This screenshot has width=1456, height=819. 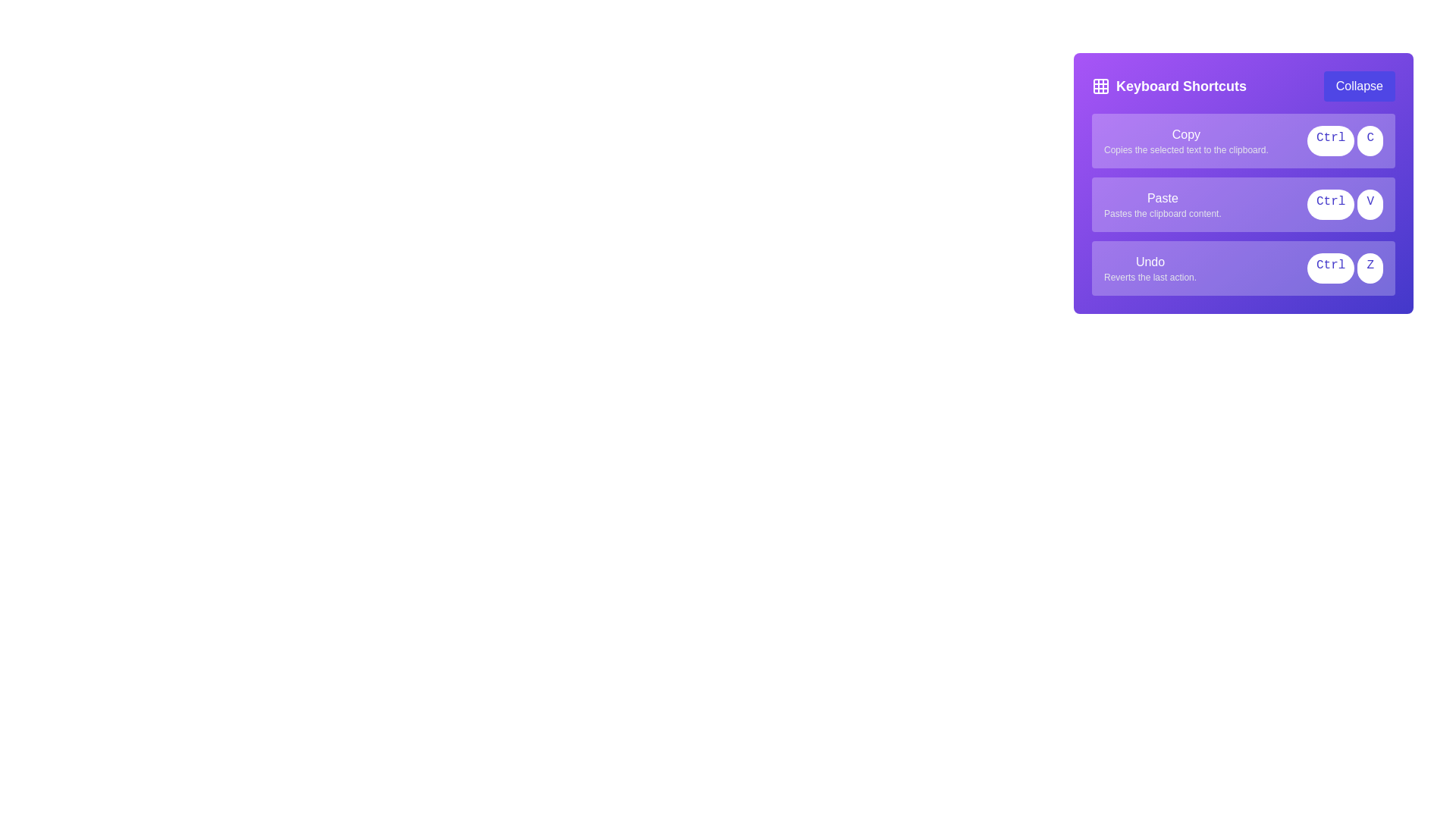 What do you see at coordinates (1168, 86) in the screenshot?
I see `the Text Label that serves as a title or header for the section, positioned at the top left of a purple box, with a 'Collapse' button to its right` at bounding box center [1168, 86].